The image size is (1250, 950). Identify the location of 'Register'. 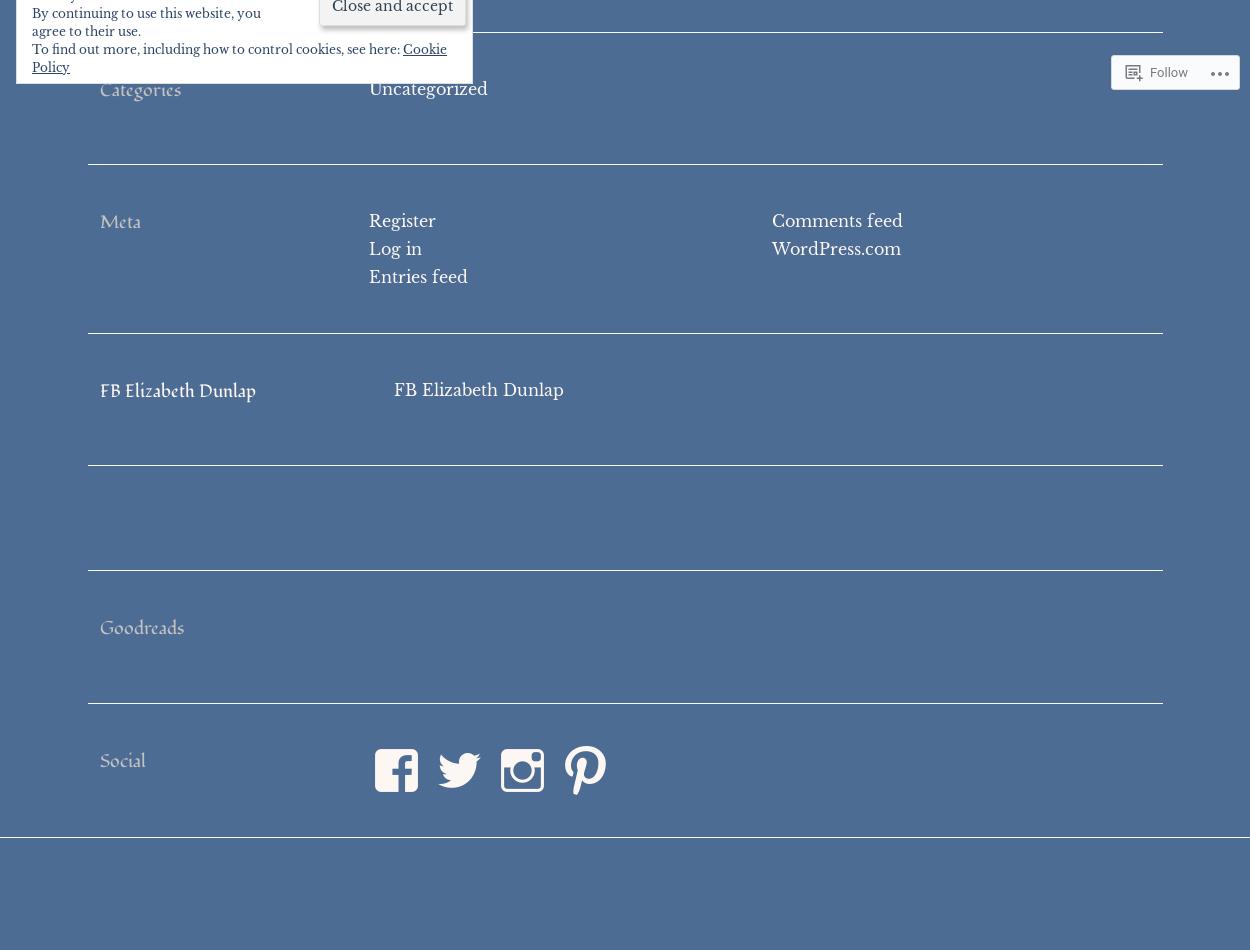
(367, 220).